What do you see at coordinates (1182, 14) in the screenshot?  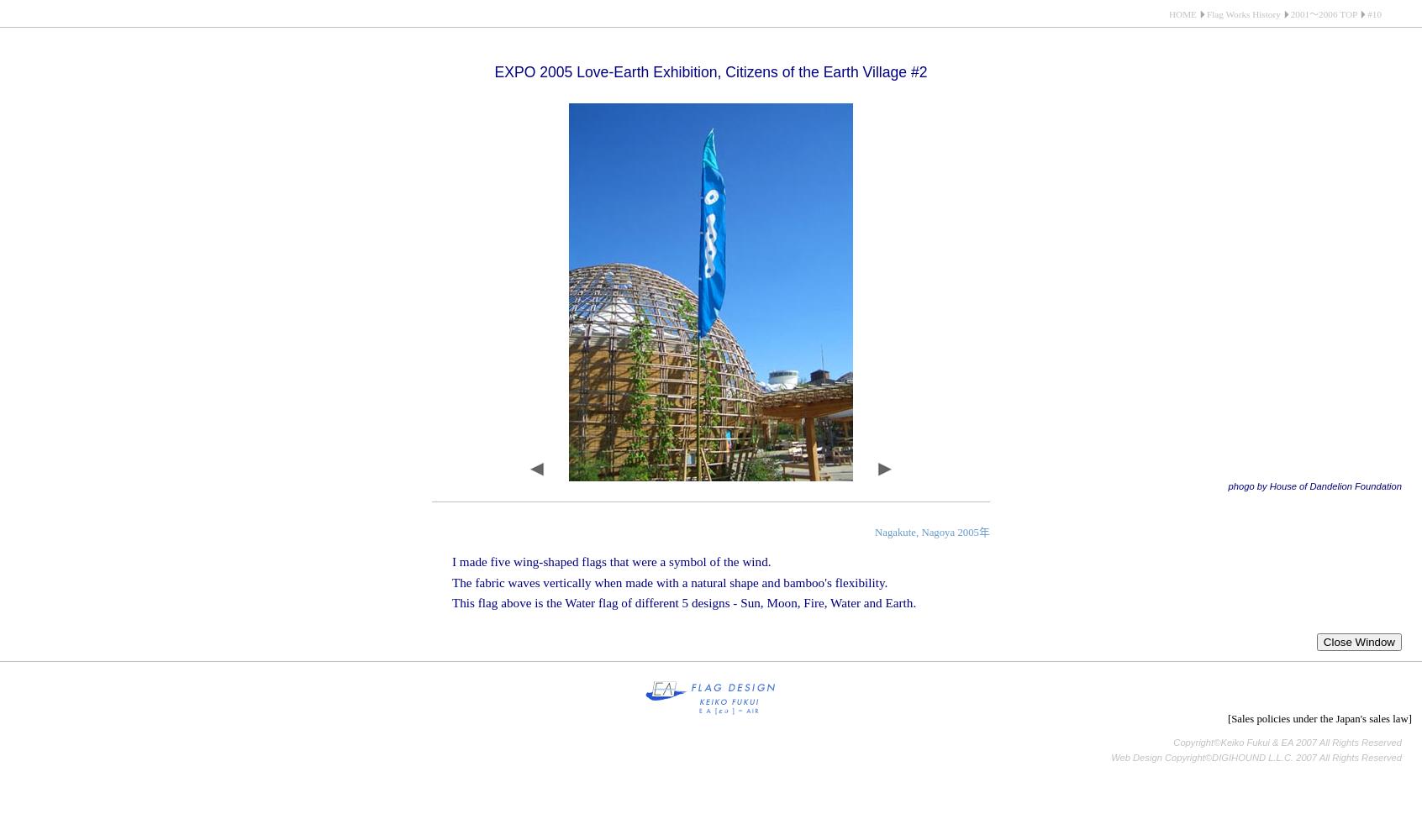 I see `'HOME'` at bounding box center [1182, 14].